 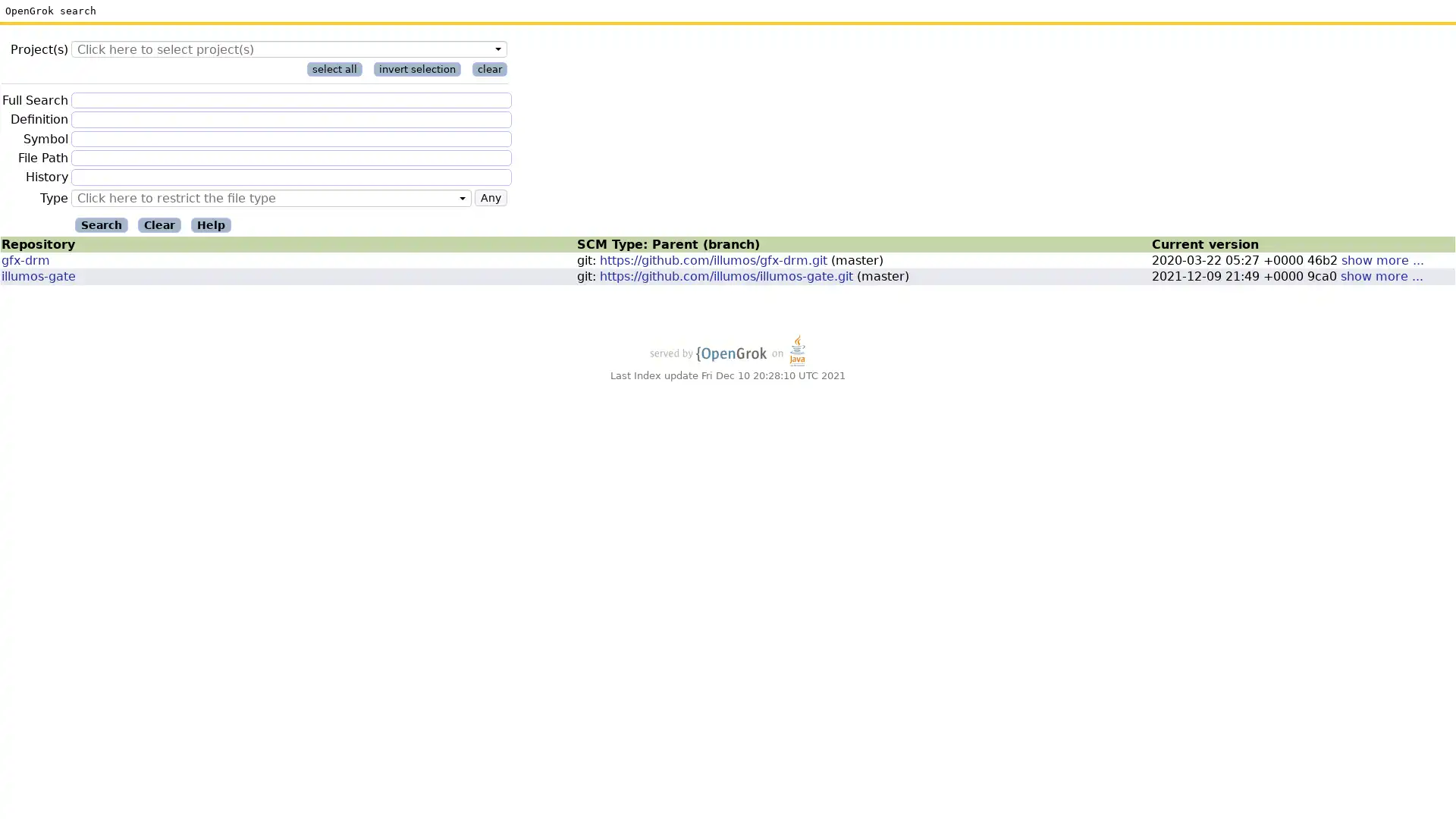 What do you see at coordinates (417, 69) in the screenshot?
I see `invert selection` at bounding box center [417, 69].